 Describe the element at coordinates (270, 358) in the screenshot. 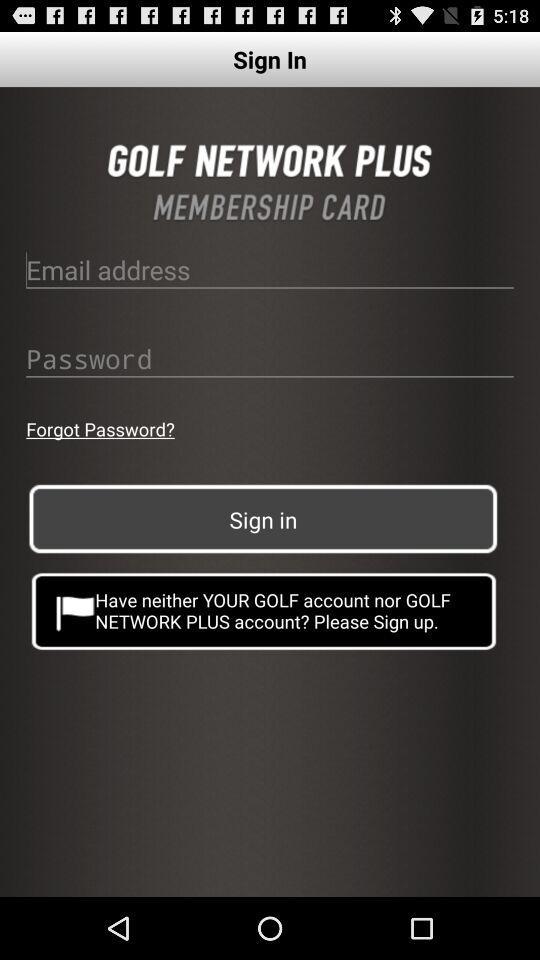

I see `area to input password` at that location.